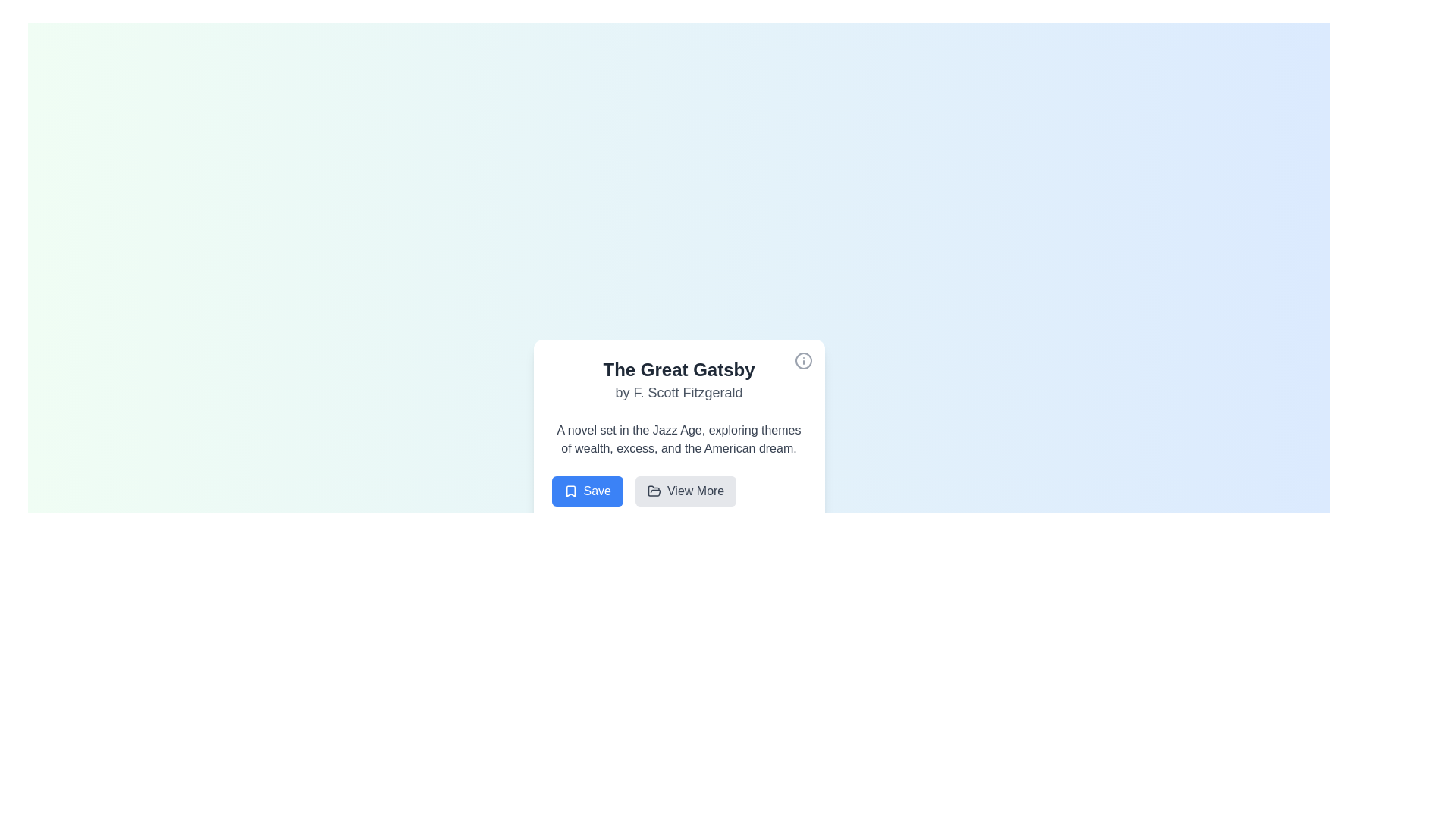  I want to click on the Static Text Display element titled 'The Great Gatsby' which features a subtitle by F. Scott Fitzgerald, located at the top center of the content card, so click(678, 379).